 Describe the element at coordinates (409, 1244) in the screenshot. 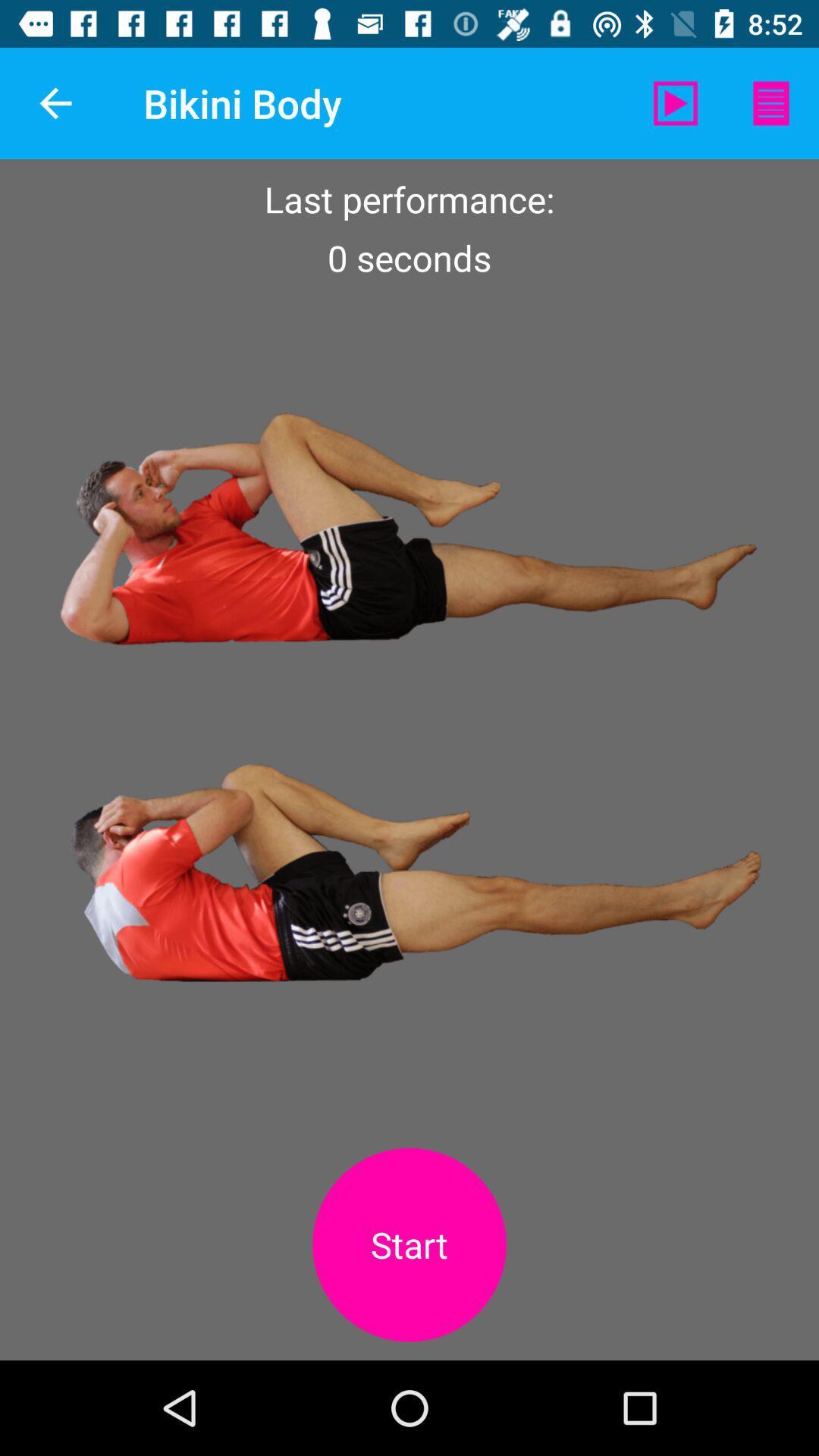

I see `start the exercise` at that location.